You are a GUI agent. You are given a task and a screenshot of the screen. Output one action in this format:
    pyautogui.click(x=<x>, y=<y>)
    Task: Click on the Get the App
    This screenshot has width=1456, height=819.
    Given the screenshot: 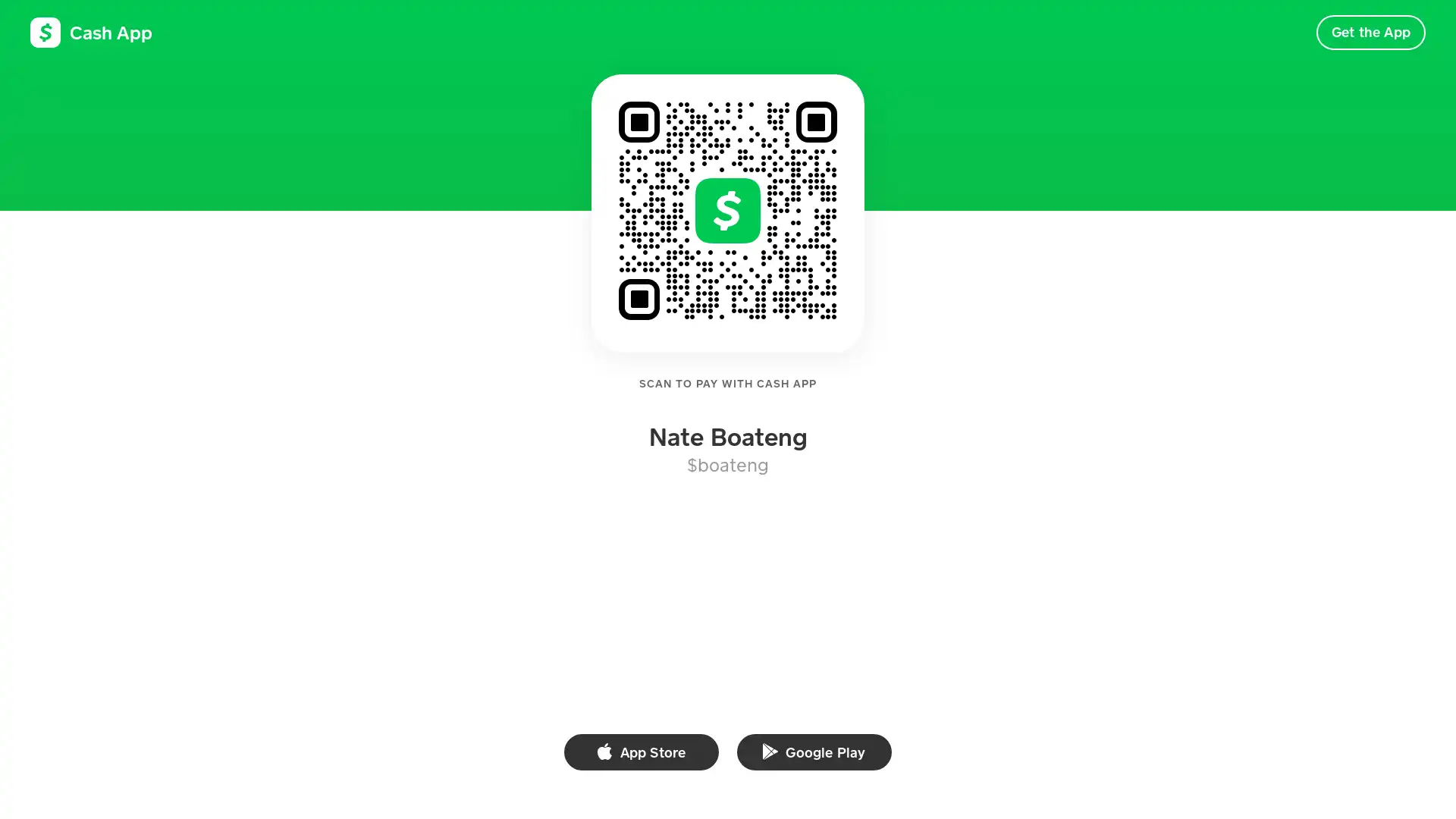 What is the action you would take?
    pyautogui.click(x=1370, y=32)
    